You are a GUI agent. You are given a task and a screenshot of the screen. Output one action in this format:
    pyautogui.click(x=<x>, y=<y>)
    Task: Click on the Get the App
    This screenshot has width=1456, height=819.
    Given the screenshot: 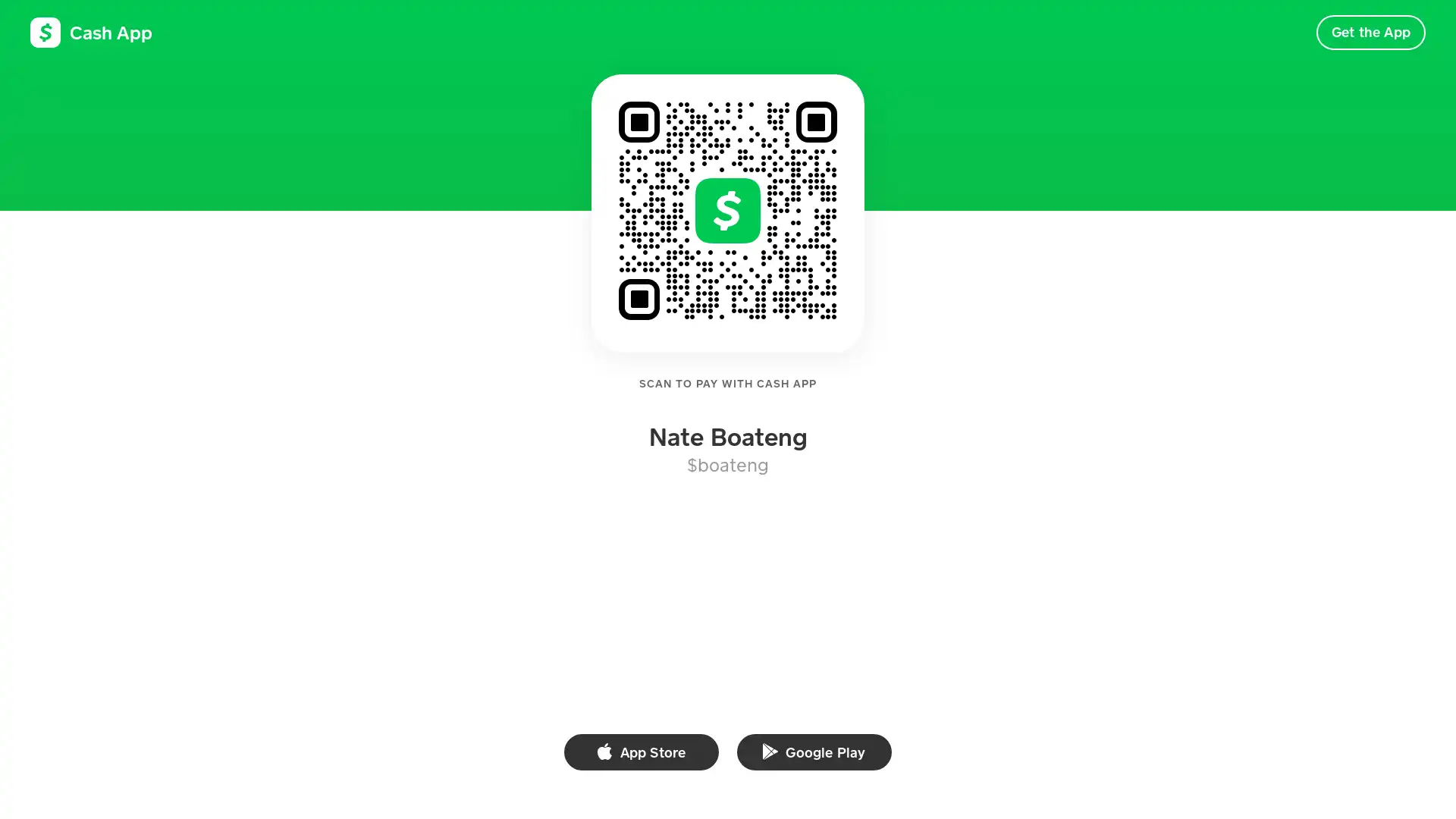 What is the action you would take?
    pyautogui.click(x=1370, y=32)
    